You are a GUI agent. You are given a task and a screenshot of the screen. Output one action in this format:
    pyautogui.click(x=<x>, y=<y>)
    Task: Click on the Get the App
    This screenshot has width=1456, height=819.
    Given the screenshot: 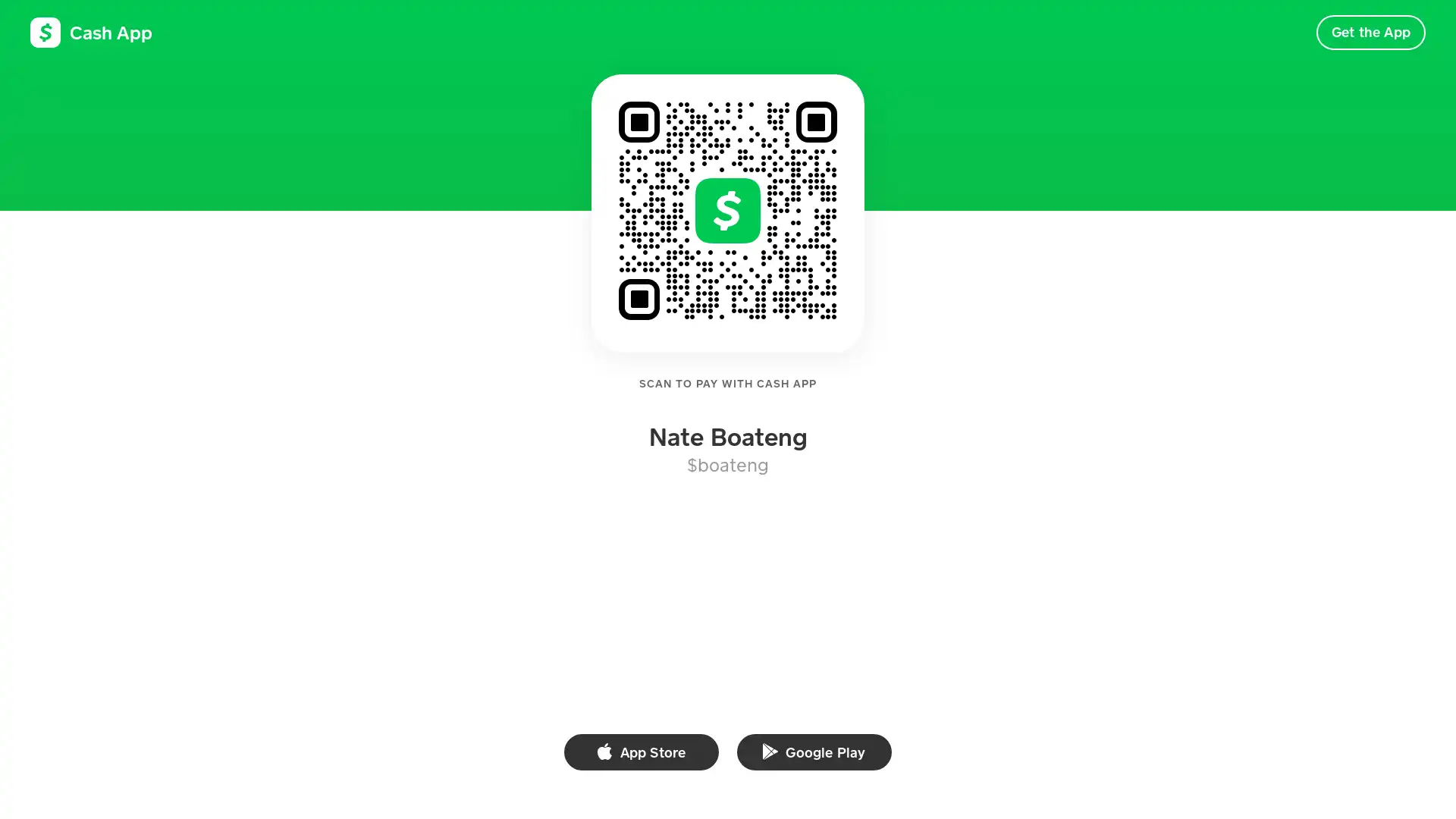 What is the action you would take?
    pyautogui.click(x=1370, y=32)
    